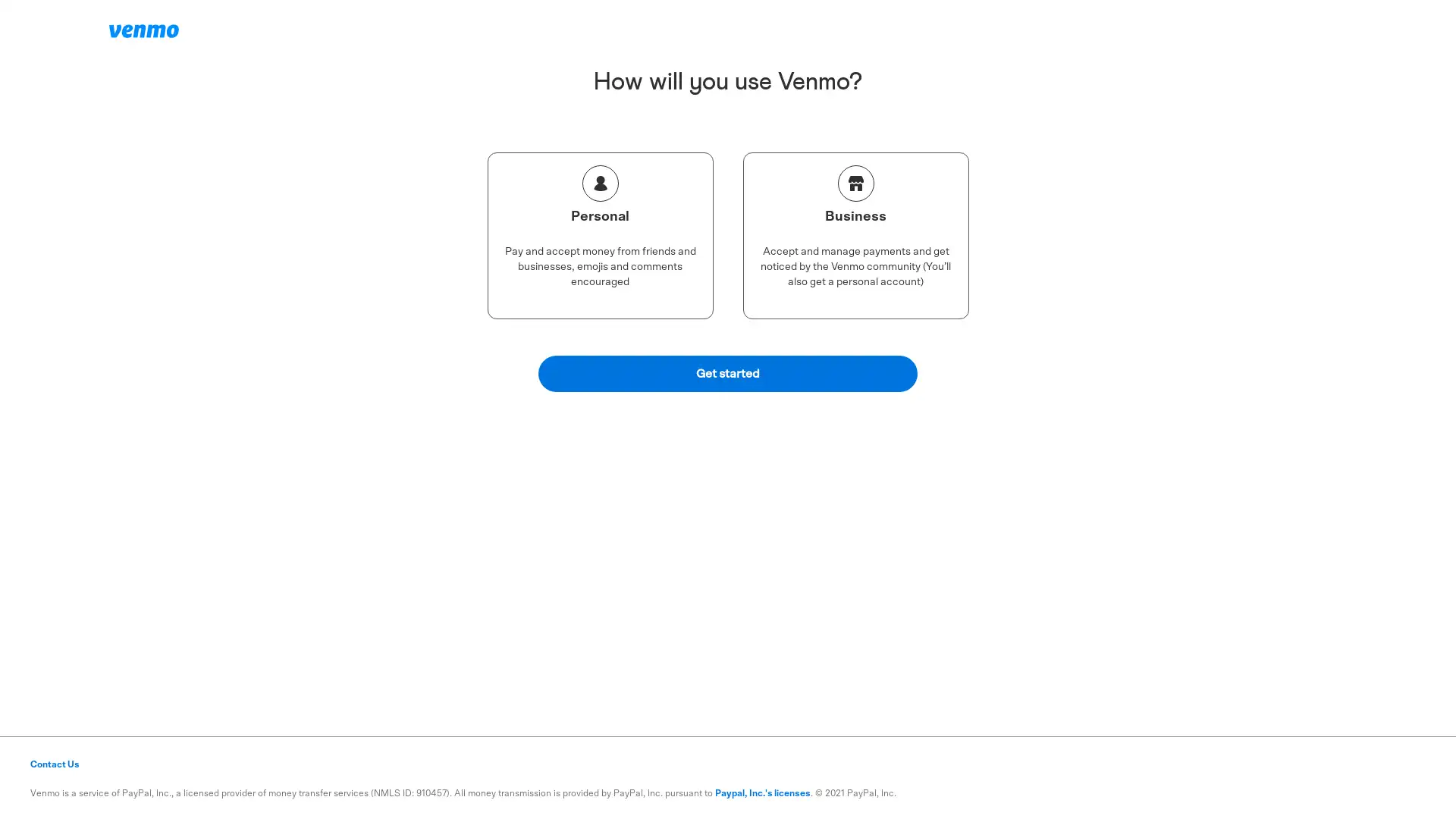  Describe the element at coordinates (728, 374) in the screenshot. I see `Get started` at that location.